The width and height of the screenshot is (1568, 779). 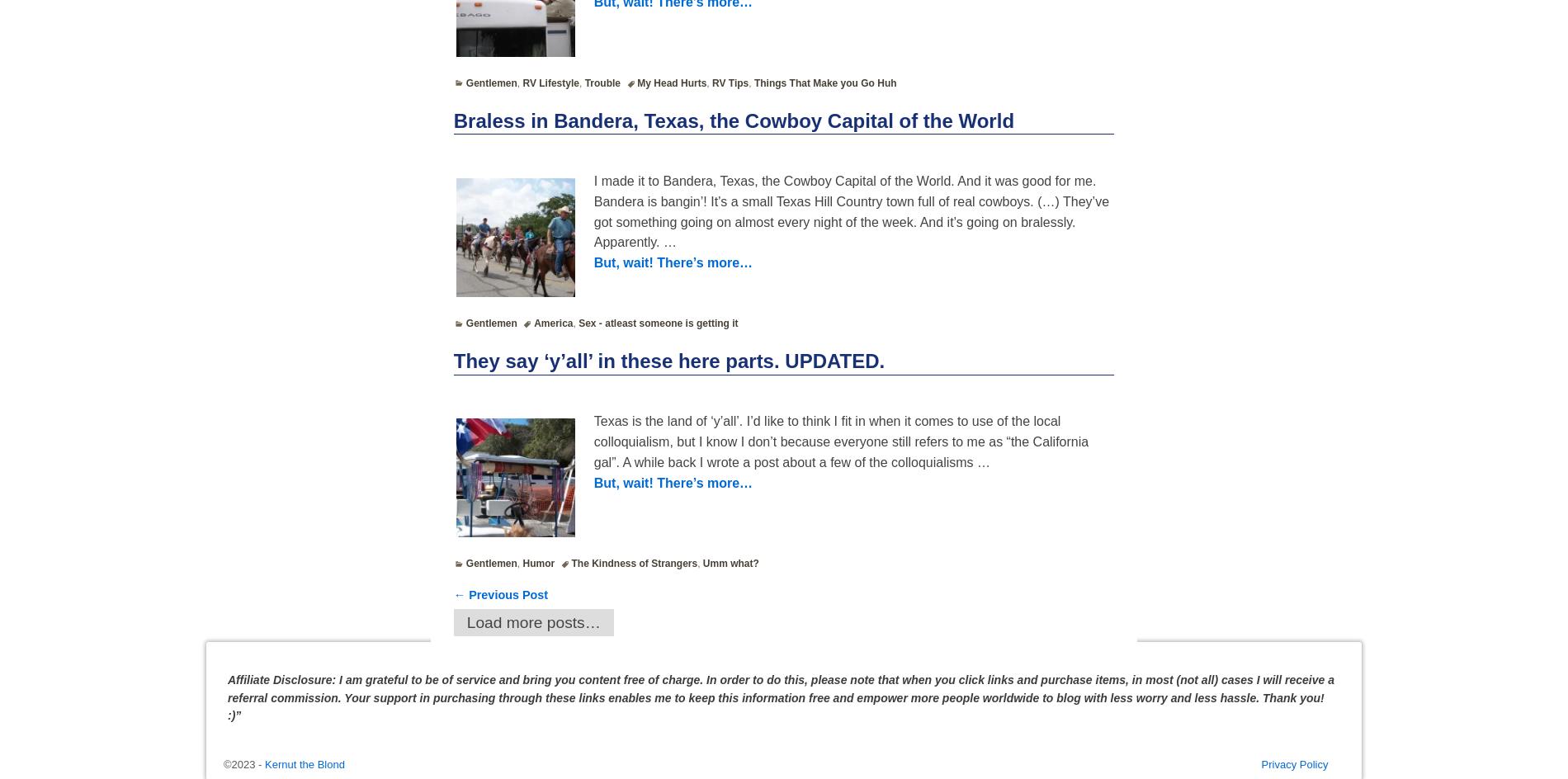 I want to click on 'My Head Hurts', so click(x=670, y=81).